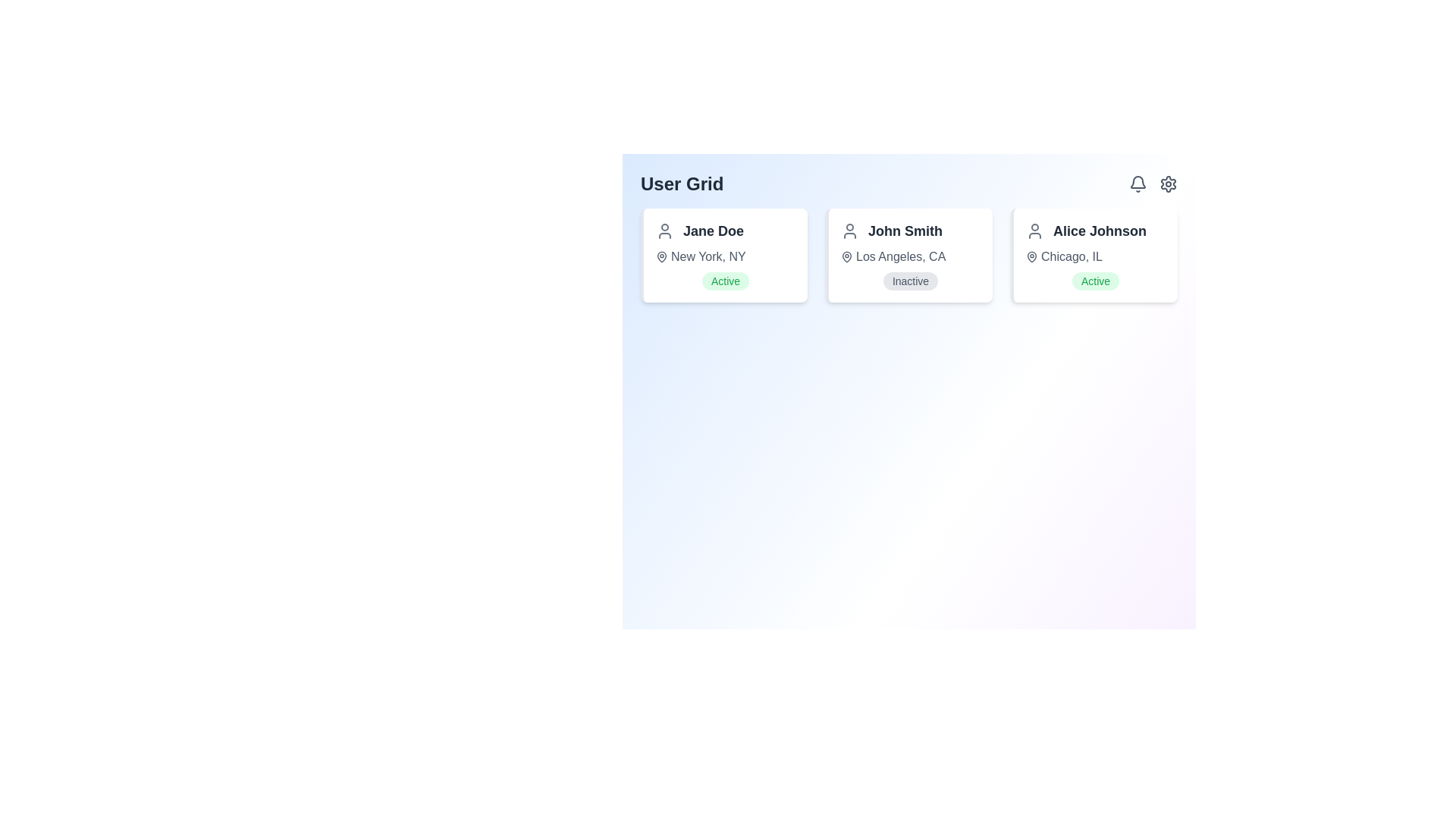 This screenshot has width=1456, height=819. I want to click on the location icon associated with user 'John Smith', positioned to the left of the text 'Los Angeles, CA', so click(846, 256).